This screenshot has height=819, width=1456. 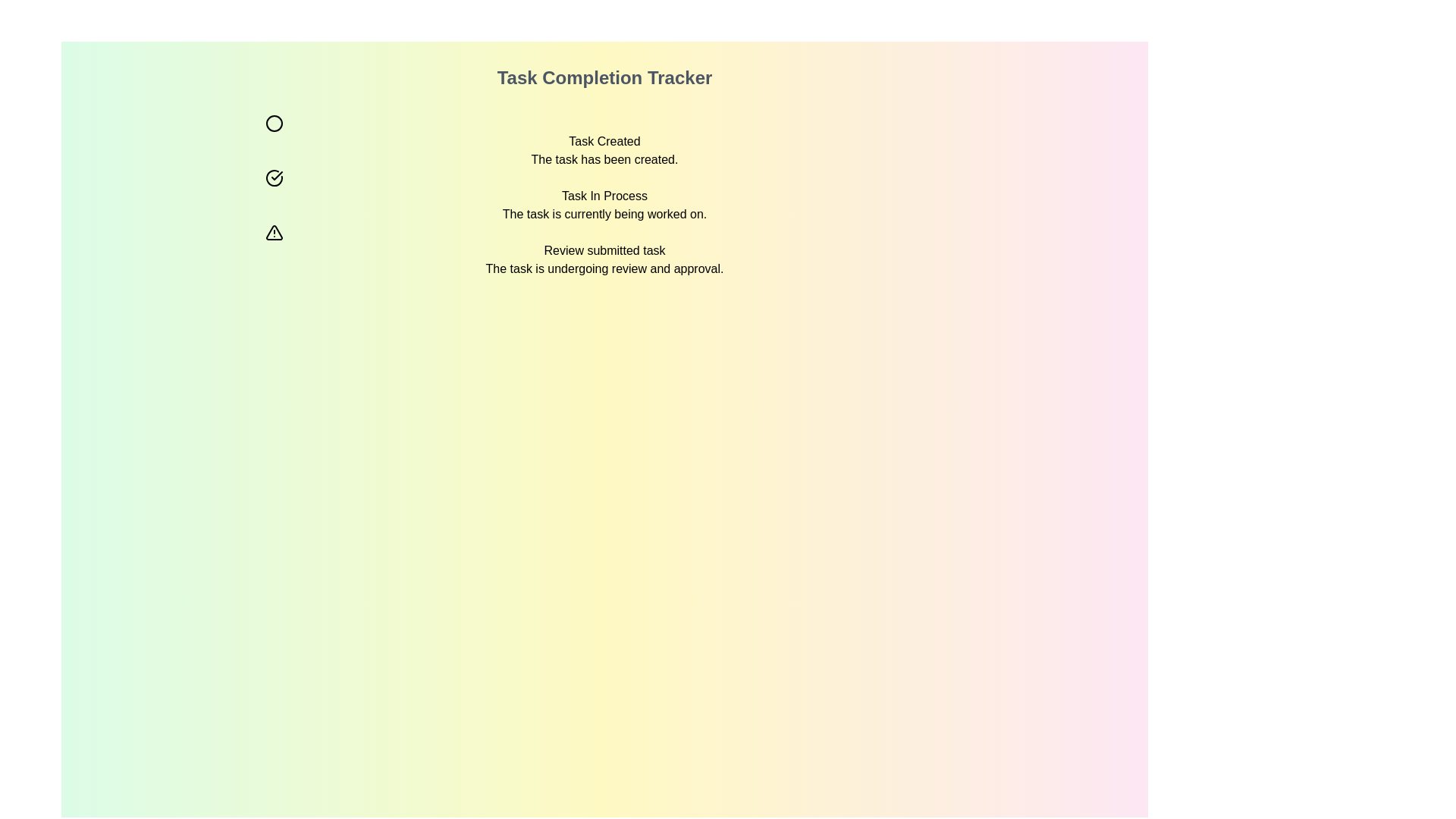 I want to click on the static text block displaying information about the task undergoing review and approval, located as the third item in the vertical list of task statuses, so click(x=604, y=259).